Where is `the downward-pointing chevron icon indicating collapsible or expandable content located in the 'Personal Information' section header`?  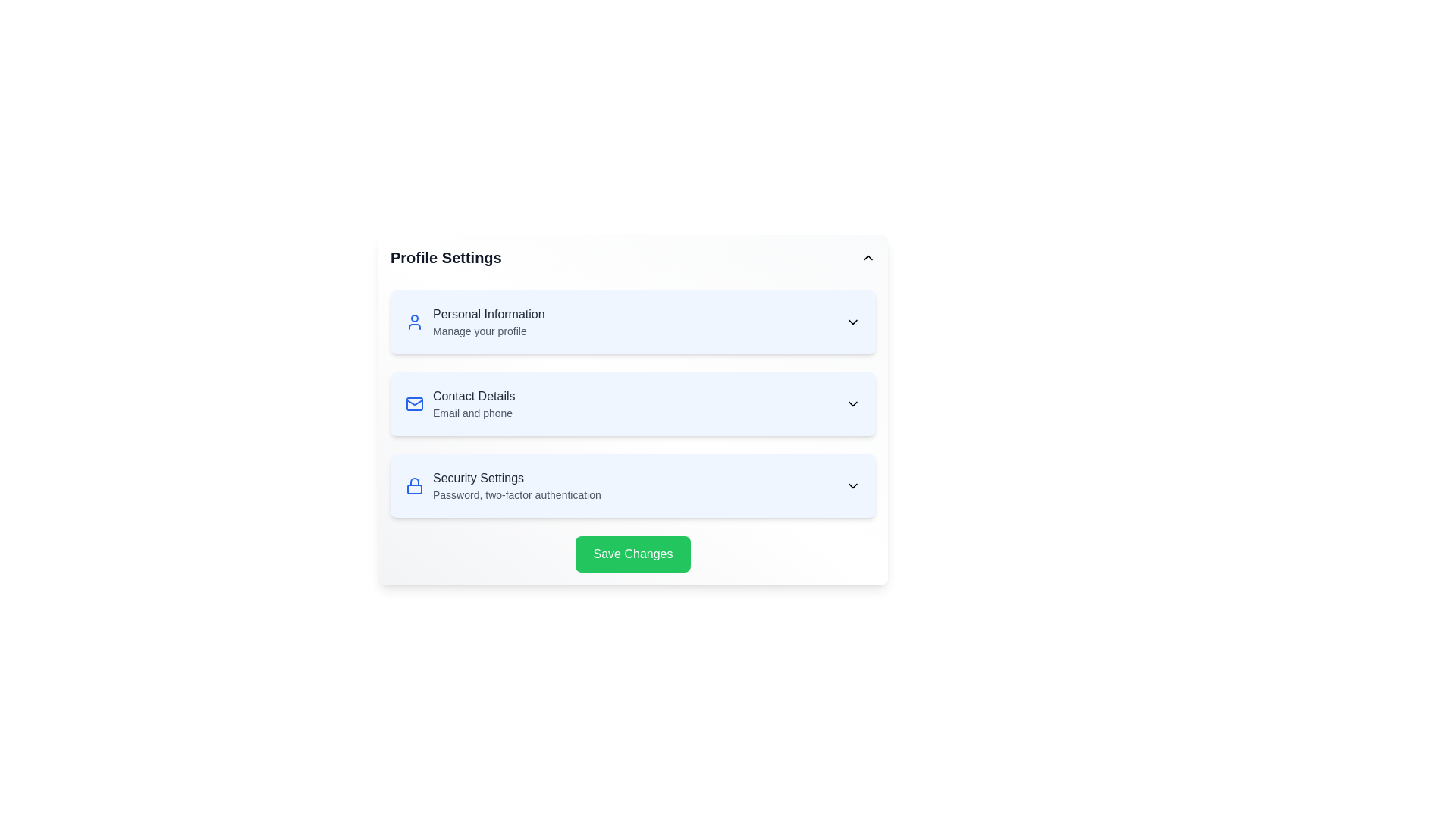 the downward-pointing chevron icon indicating collapsible or expandable content located in the 'Personal Information' section header is located at coordinates (852, 321).